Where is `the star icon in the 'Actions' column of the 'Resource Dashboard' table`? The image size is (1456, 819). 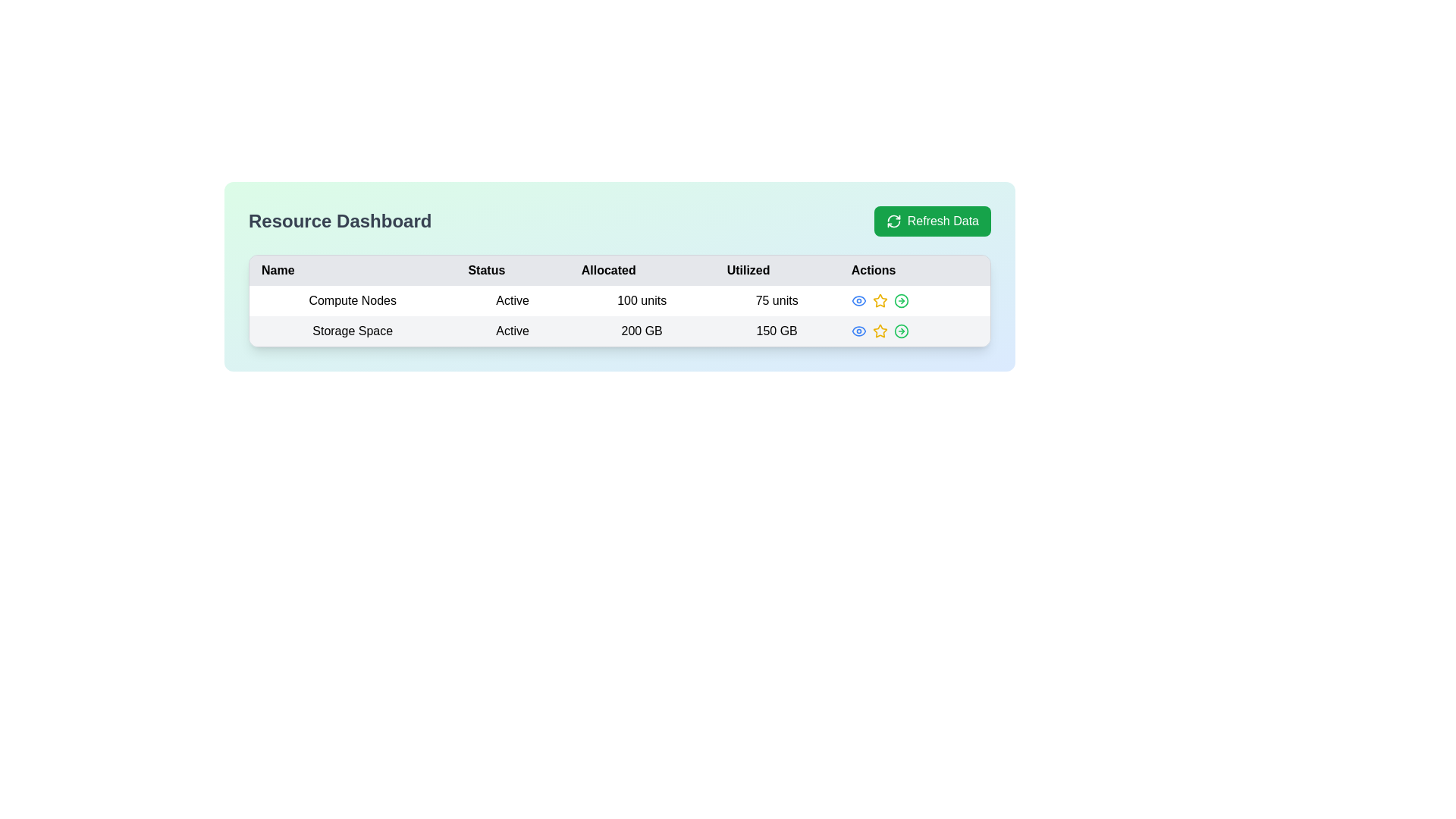
the star icon in the 'Actions' column of the 'Resource Dashboard' table is located at coordinates (880, 329).